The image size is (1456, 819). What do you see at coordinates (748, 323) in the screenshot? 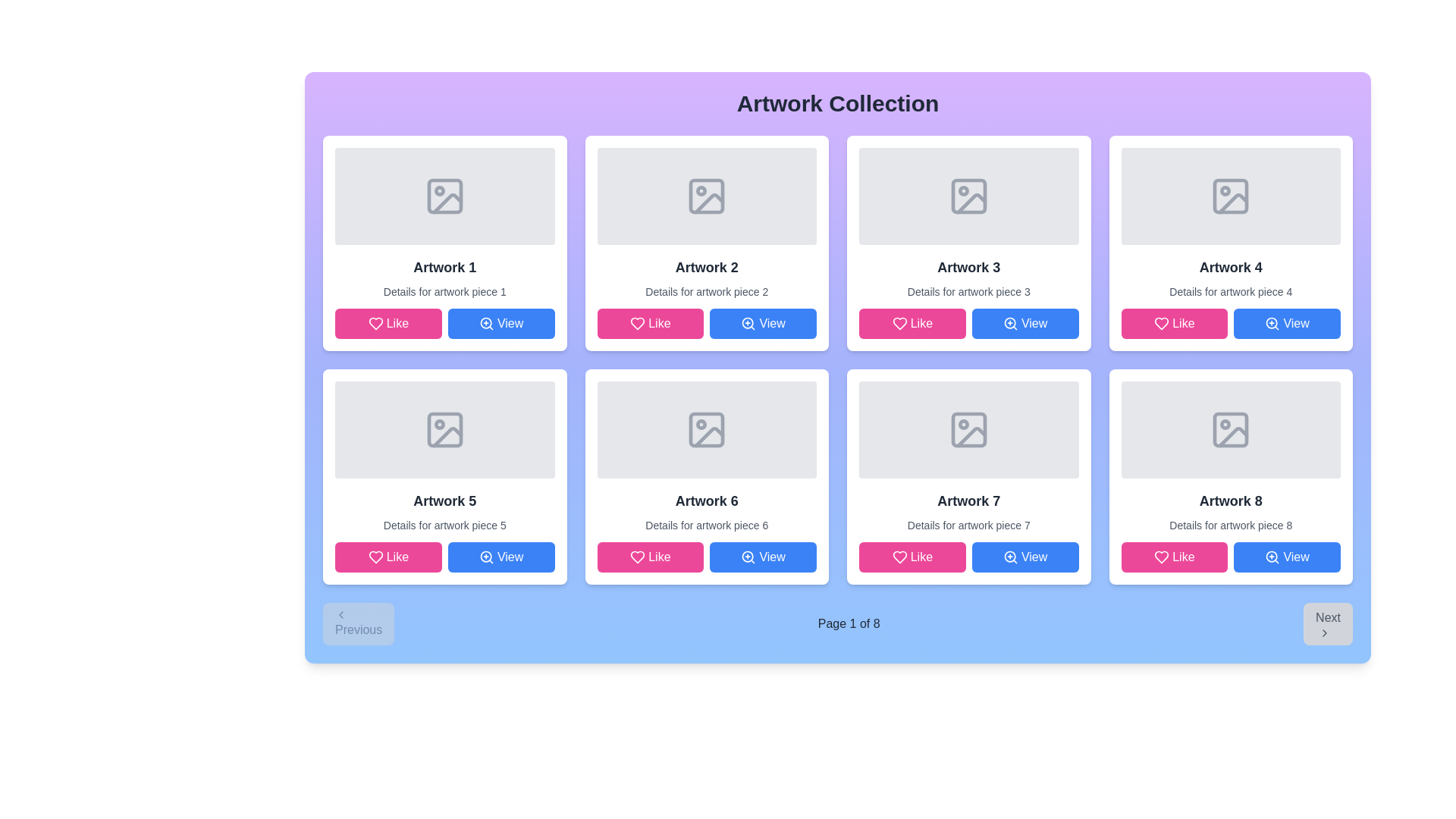
I see `the magnifying glass icon with a '+' symbol inside its circular lens, which is located within the 'View' button of the second artwork card in the Artwork Collection grid` at bounding box center [748, 323].